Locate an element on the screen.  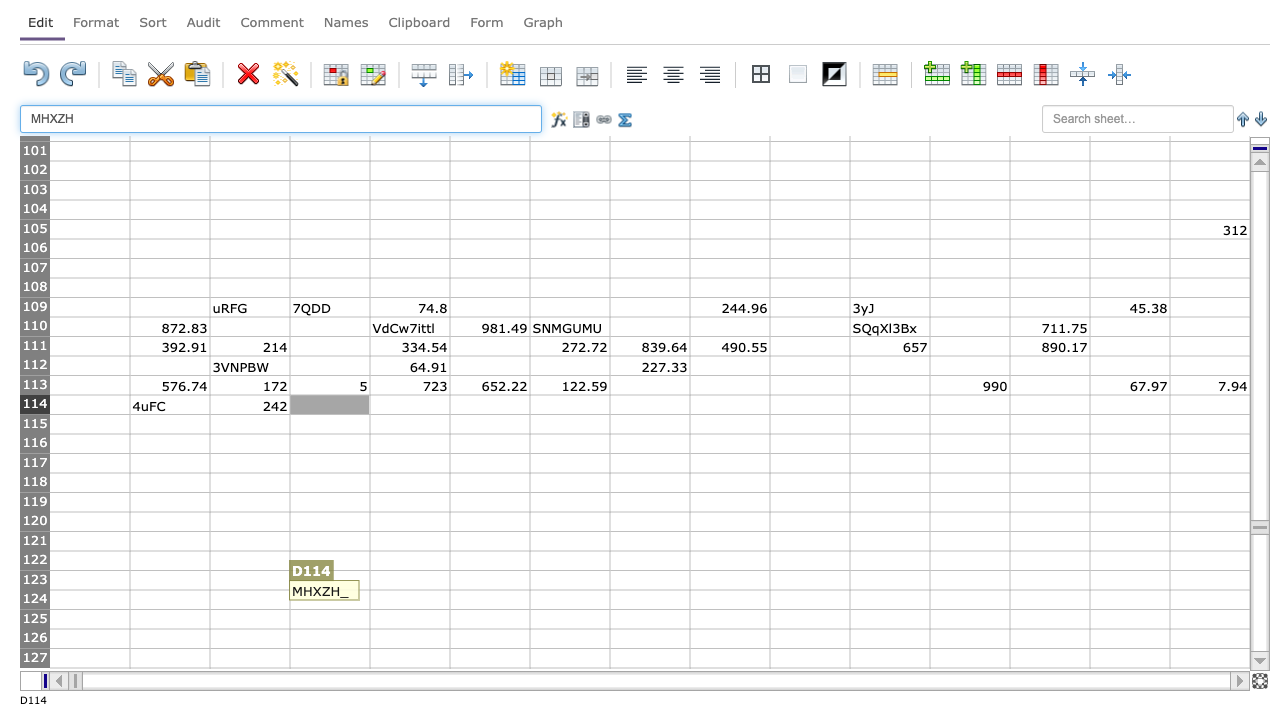
column F row 124 is located at coordinates (489, 598).